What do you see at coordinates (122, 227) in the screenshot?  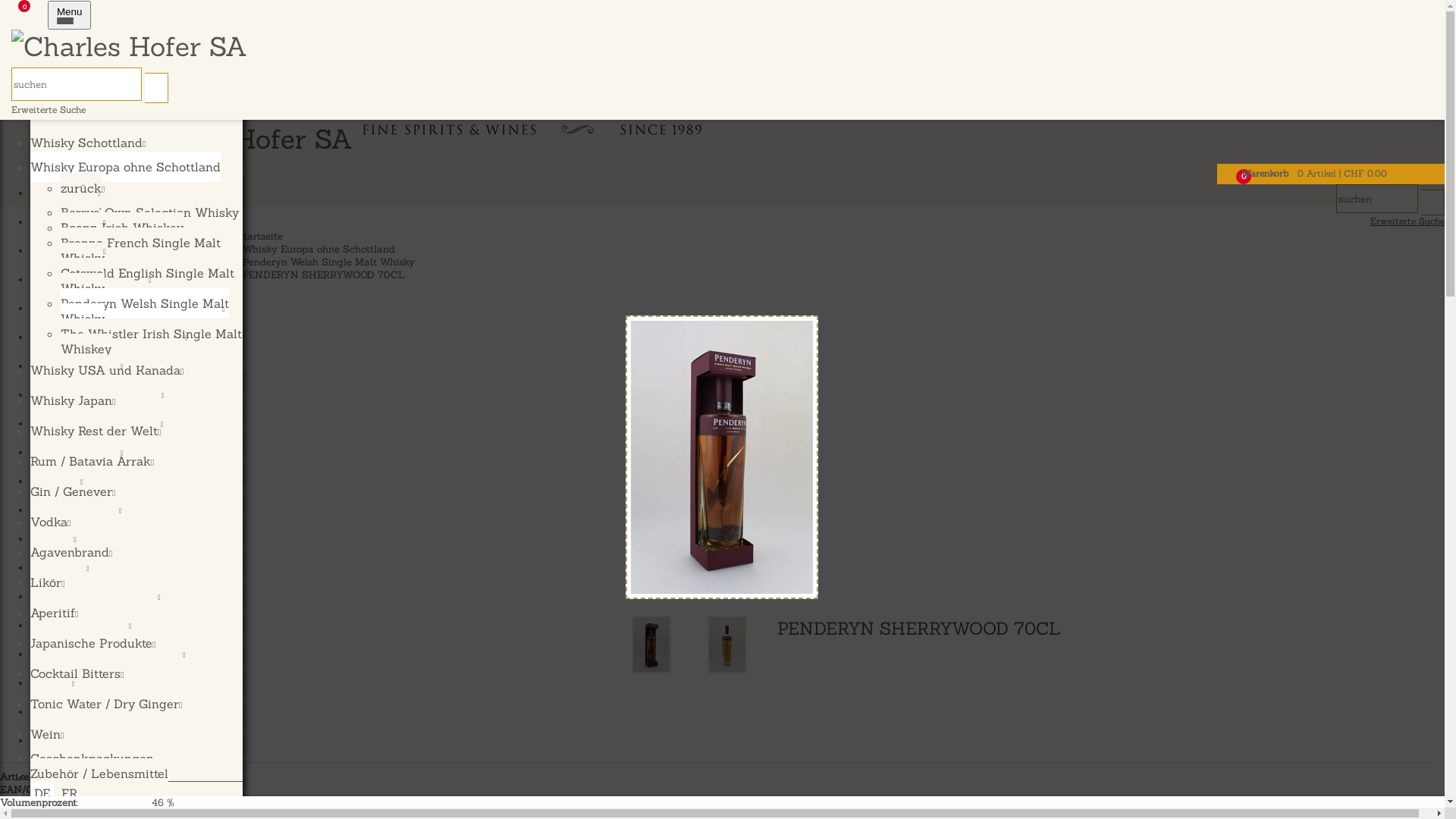 I see `'Boann Irish Whiskey'` at bounding box center [122, 227].